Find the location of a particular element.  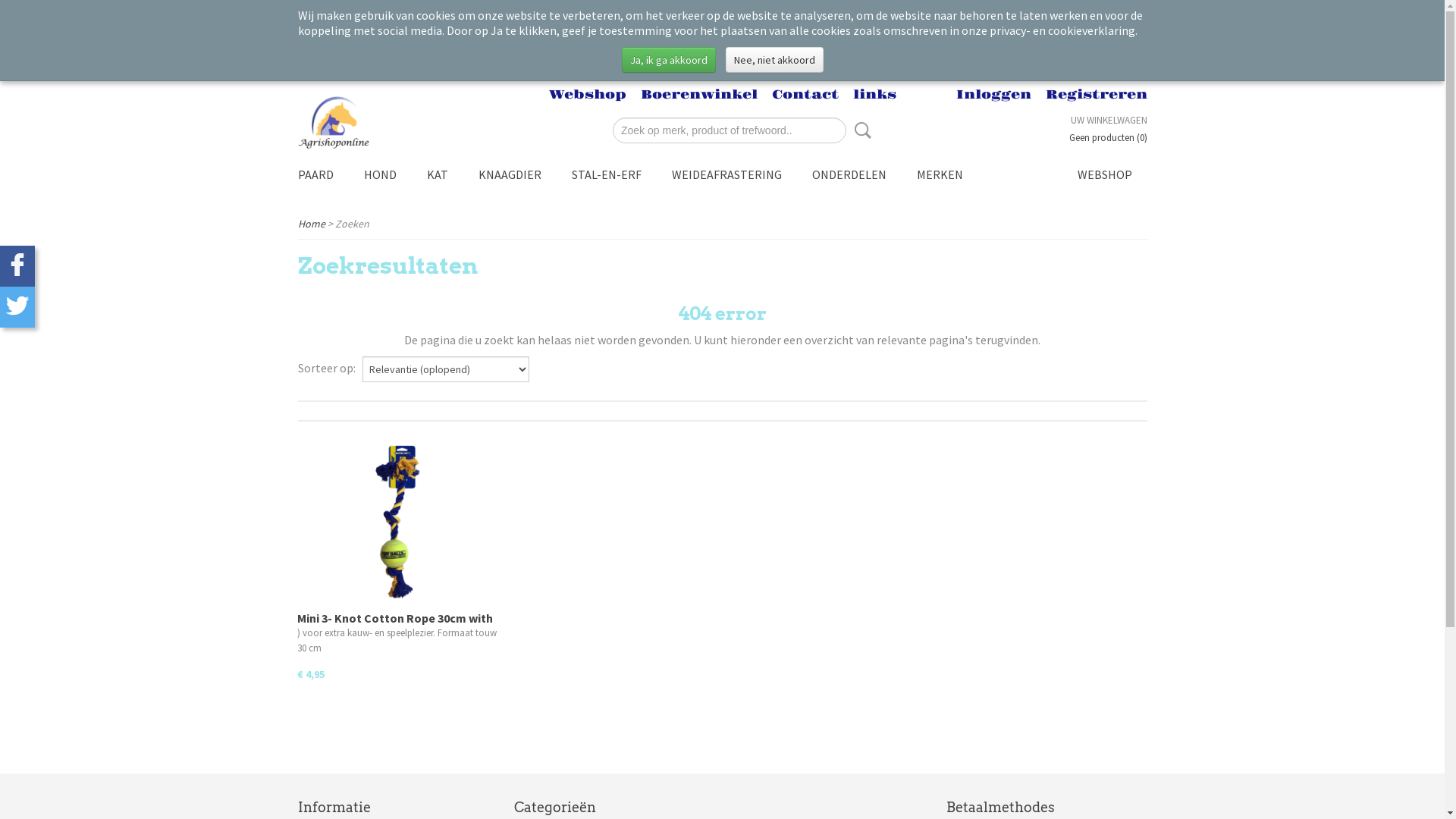

'Inloggen' is located at coordinates (993, 94).